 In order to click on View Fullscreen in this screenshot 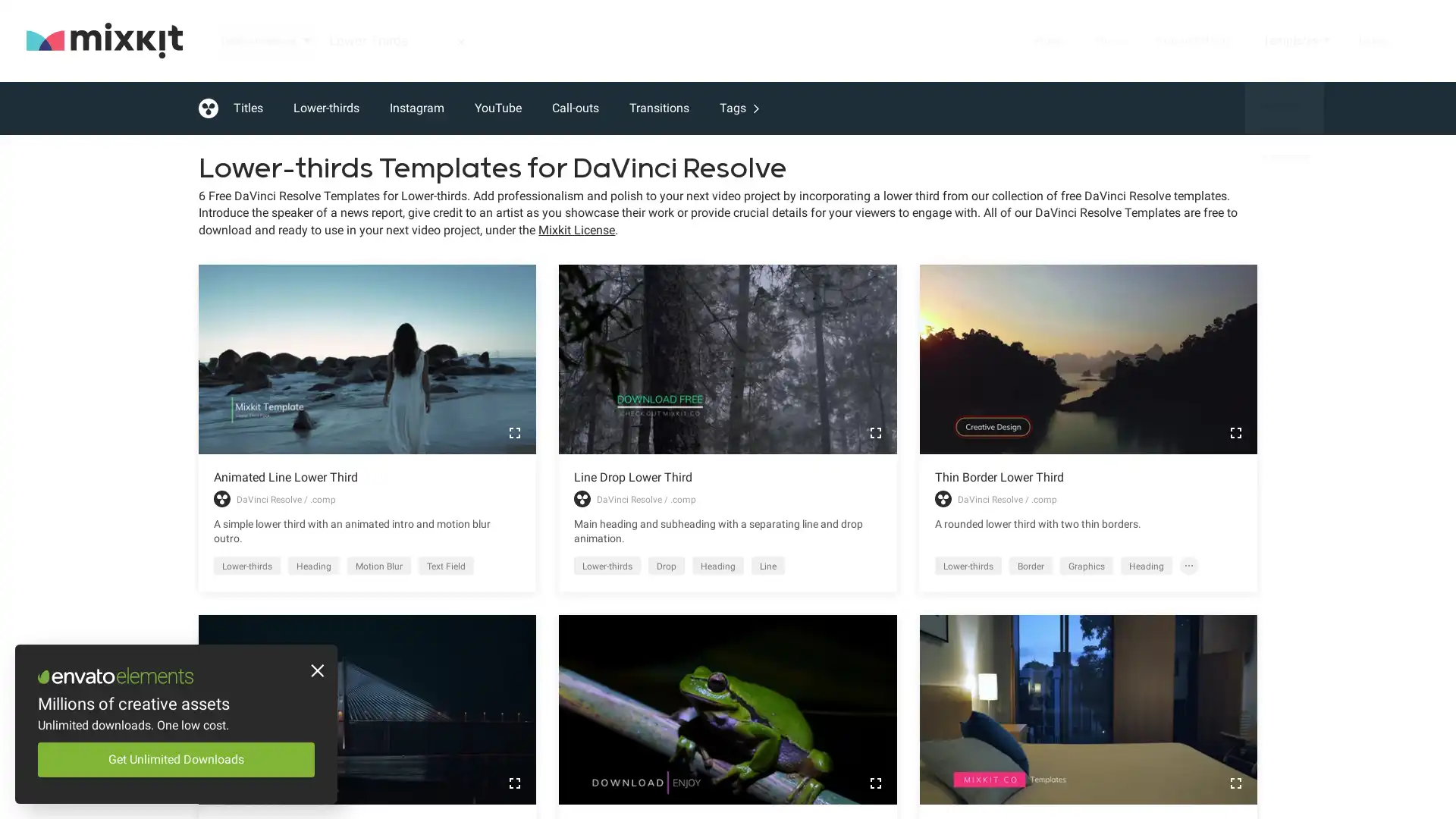, I will do `click(874, 432)`.